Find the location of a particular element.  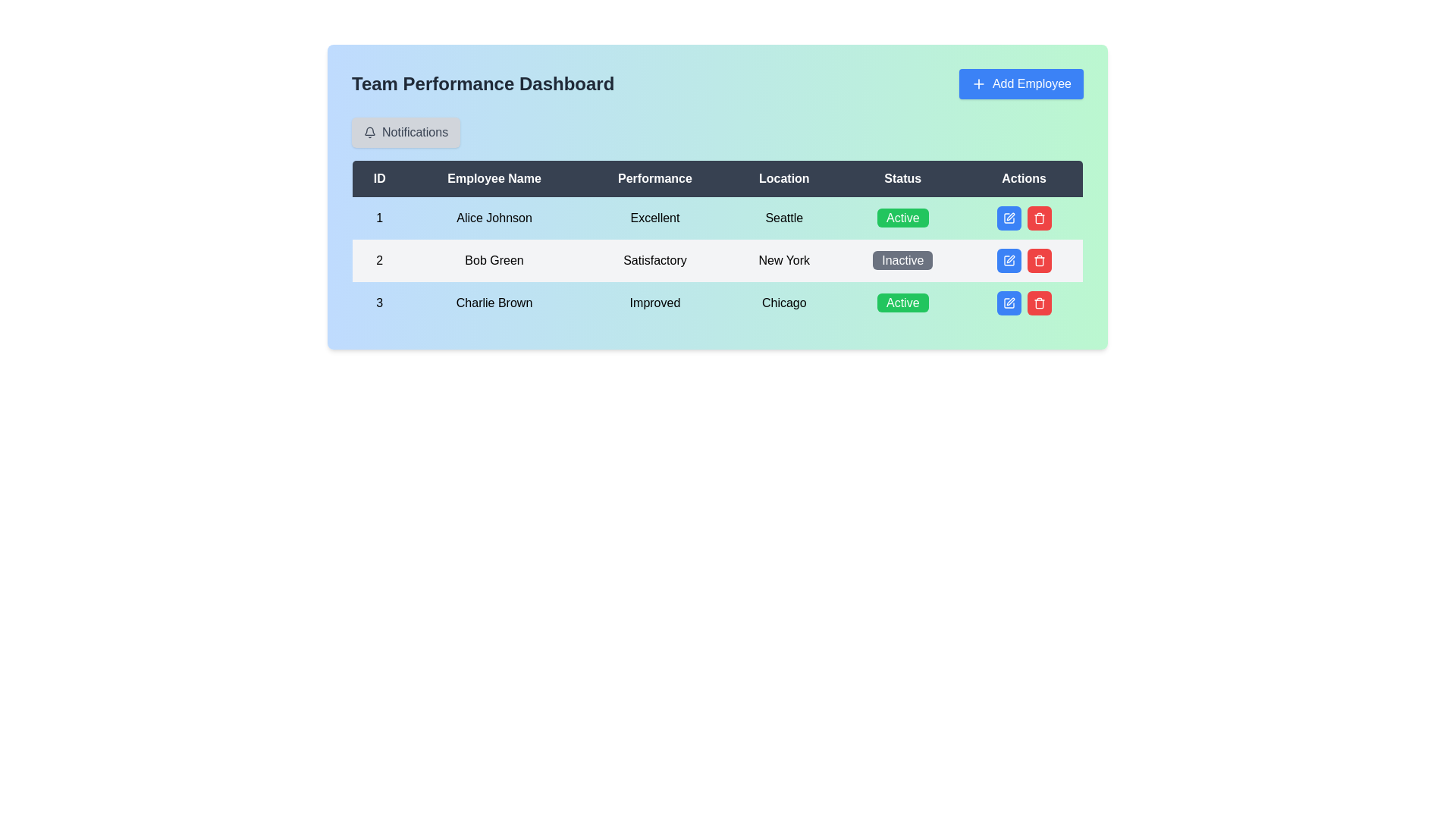

the 'Notifications' button, which is a rectangular button with a bell icon and dark gray text is located at coordinates (406, 131).